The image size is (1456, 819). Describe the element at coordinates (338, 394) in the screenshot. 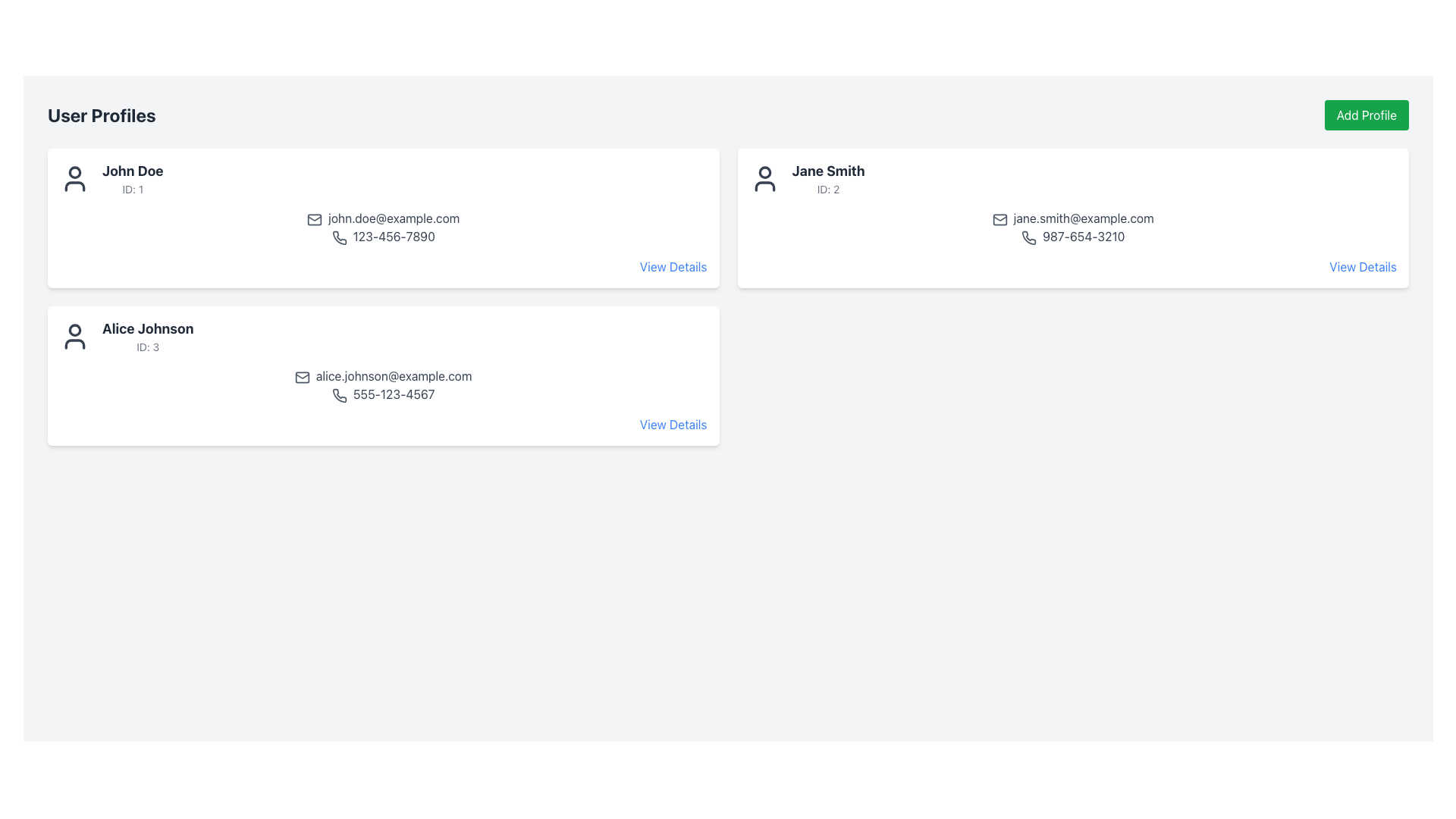

I see `the phone icon, which is a minimalistic gray handset located to the left of the phone number '555-123-4567' in the second user profile` at that location.